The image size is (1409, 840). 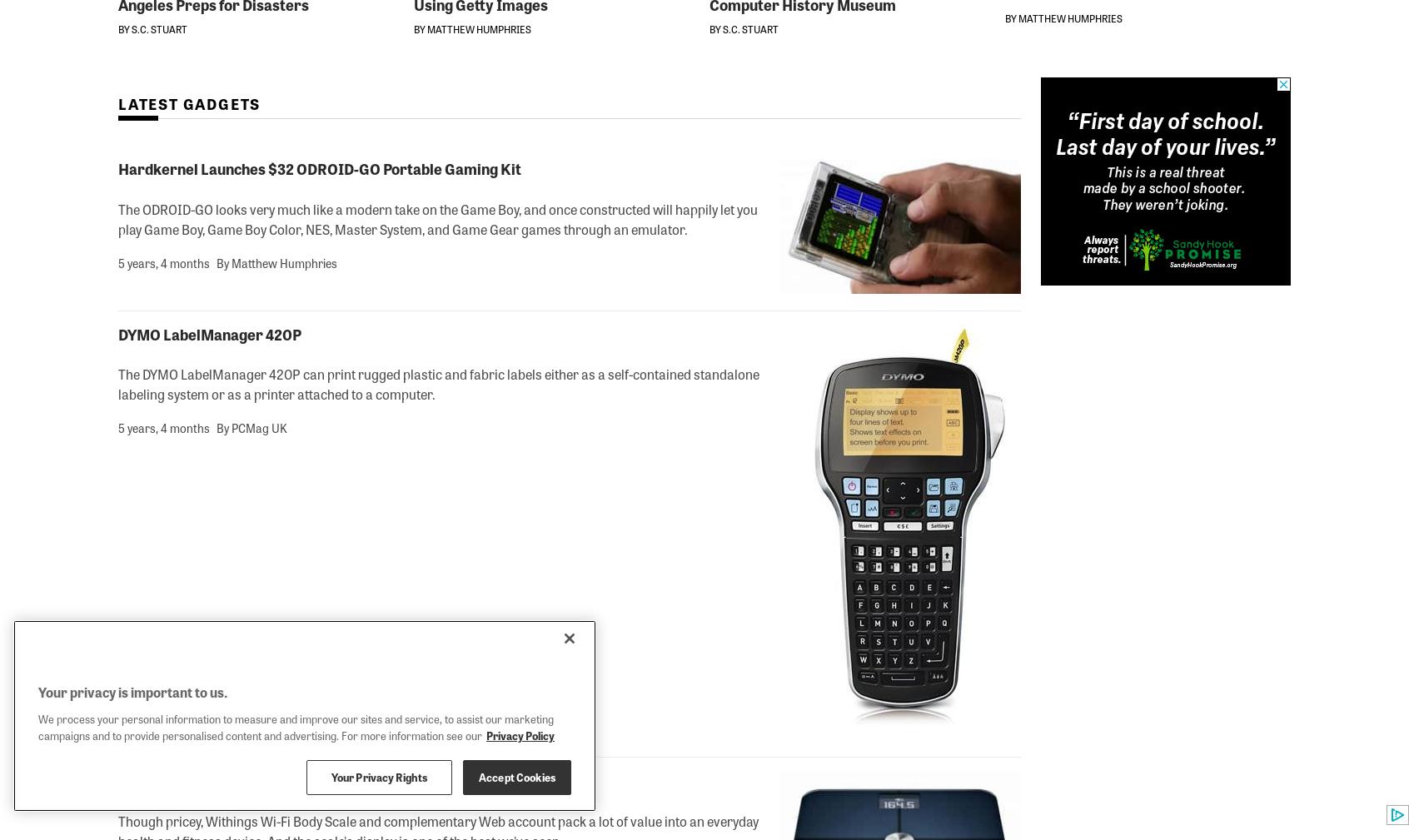 What do you see at coordinates (320, 167) in the screenshot?
I see `'Hardkernel Launches $32 ODROID-GO Portable Gaming Kit'` at bounding box center [320, 167].